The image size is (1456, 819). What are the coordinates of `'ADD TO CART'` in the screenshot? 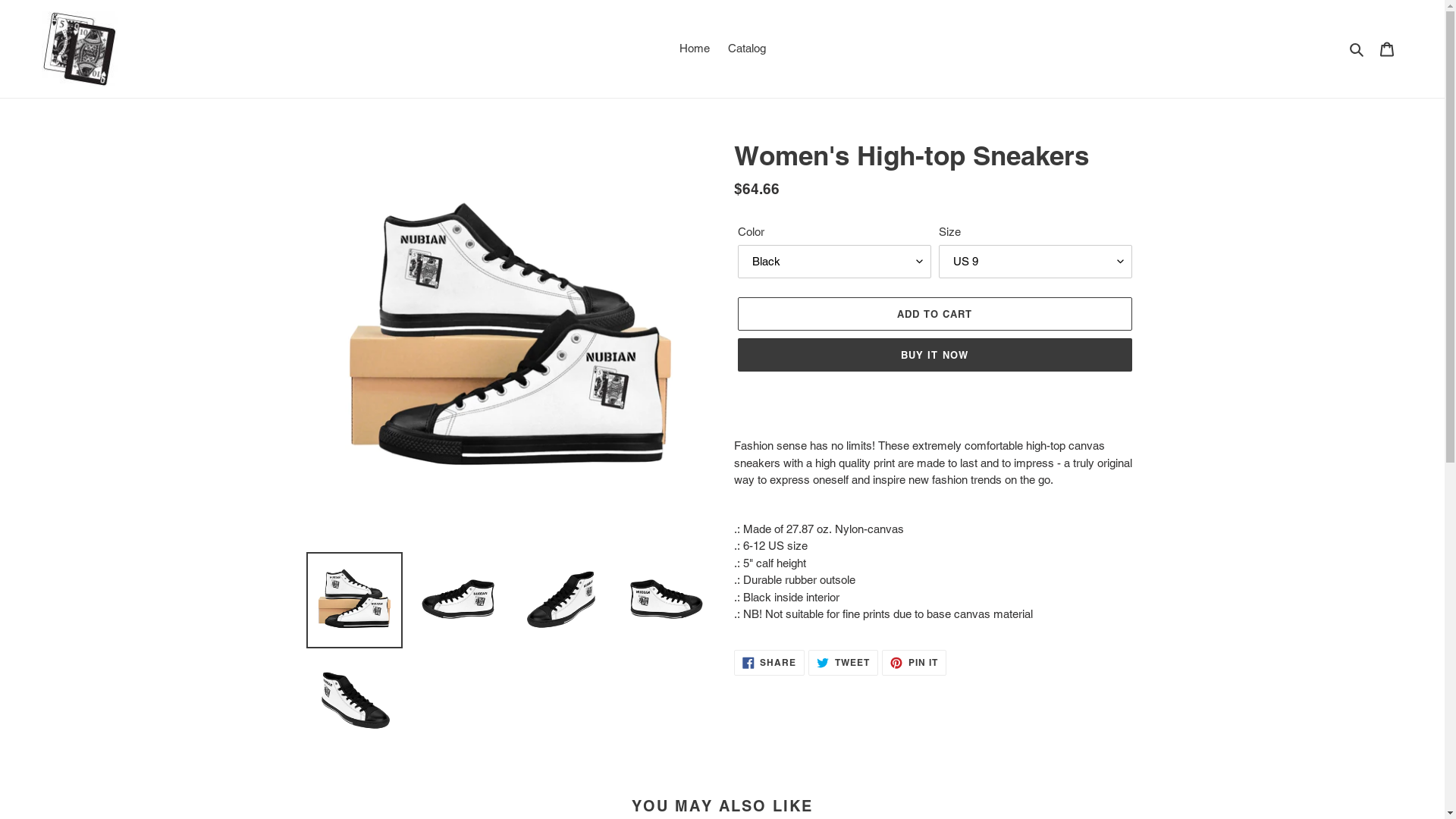 It's located at (934, 312).